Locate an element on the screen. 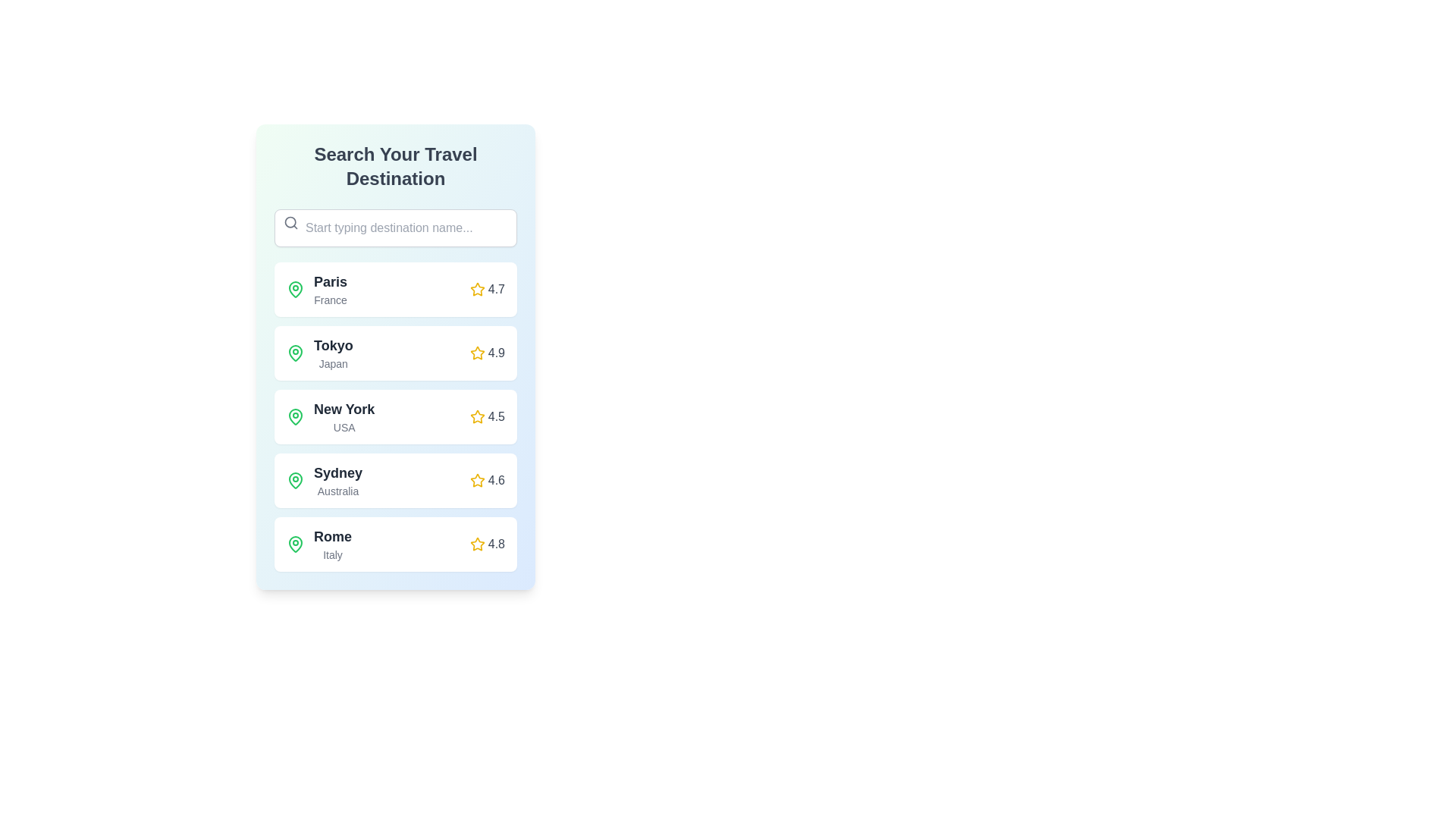 The height and width of the screenshot is (819, 1456). the decorative star rating icon located inside the first list item, adjacent to the text 'Paris' and the rating value 4.7 is located at coordinates (476, 289).